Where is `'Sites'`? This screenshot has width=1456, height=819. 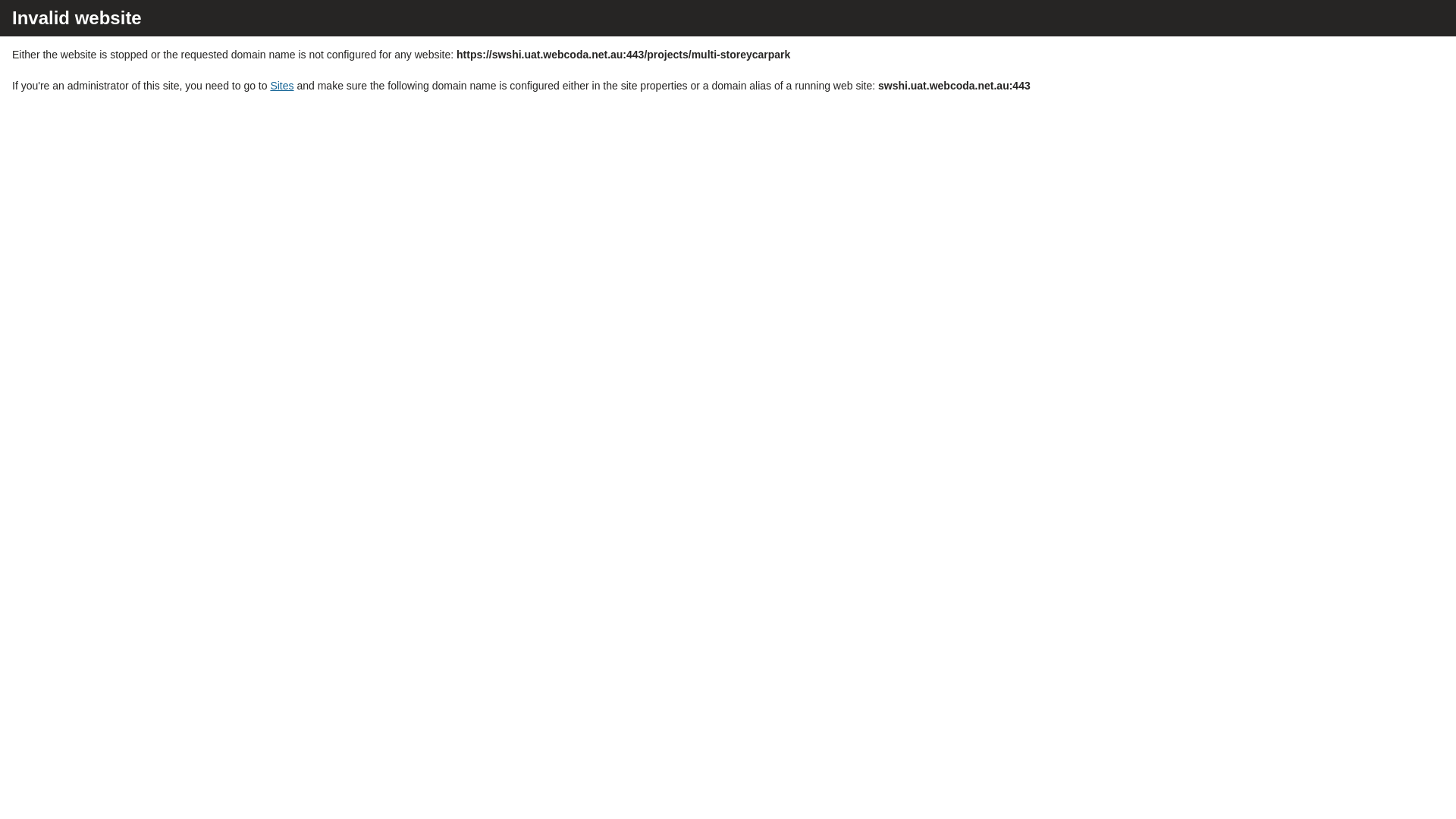 'Sites' is located at coordinates (281, 85).